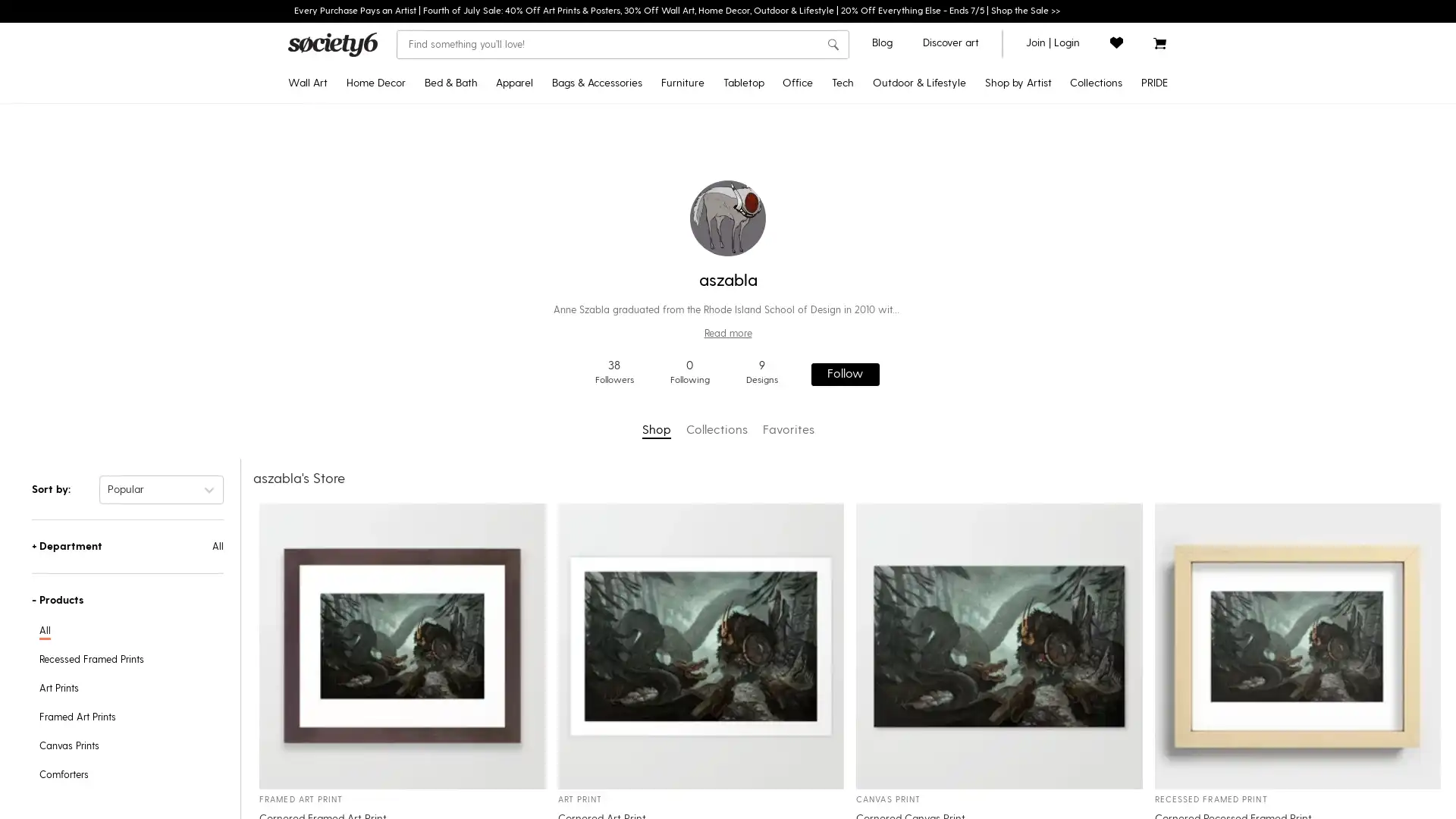 The image size is (1456, 819). Describe the element at coordinates (356, 243) in the screenshot. I see `Tapestries` at that location.